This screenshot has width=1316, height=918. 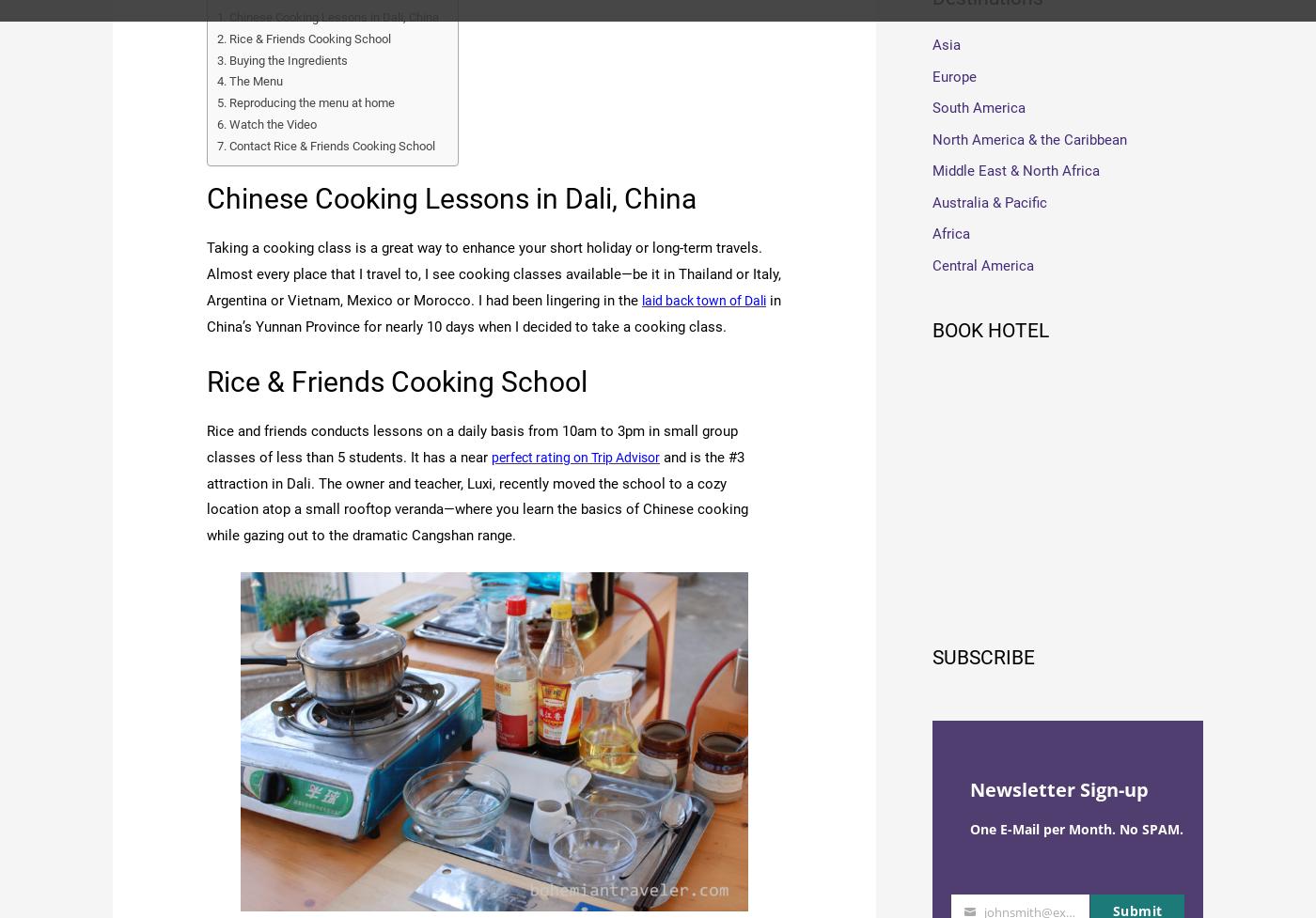 I want to click on 'Reproducing the menu at home', so click(x=321, y=102).